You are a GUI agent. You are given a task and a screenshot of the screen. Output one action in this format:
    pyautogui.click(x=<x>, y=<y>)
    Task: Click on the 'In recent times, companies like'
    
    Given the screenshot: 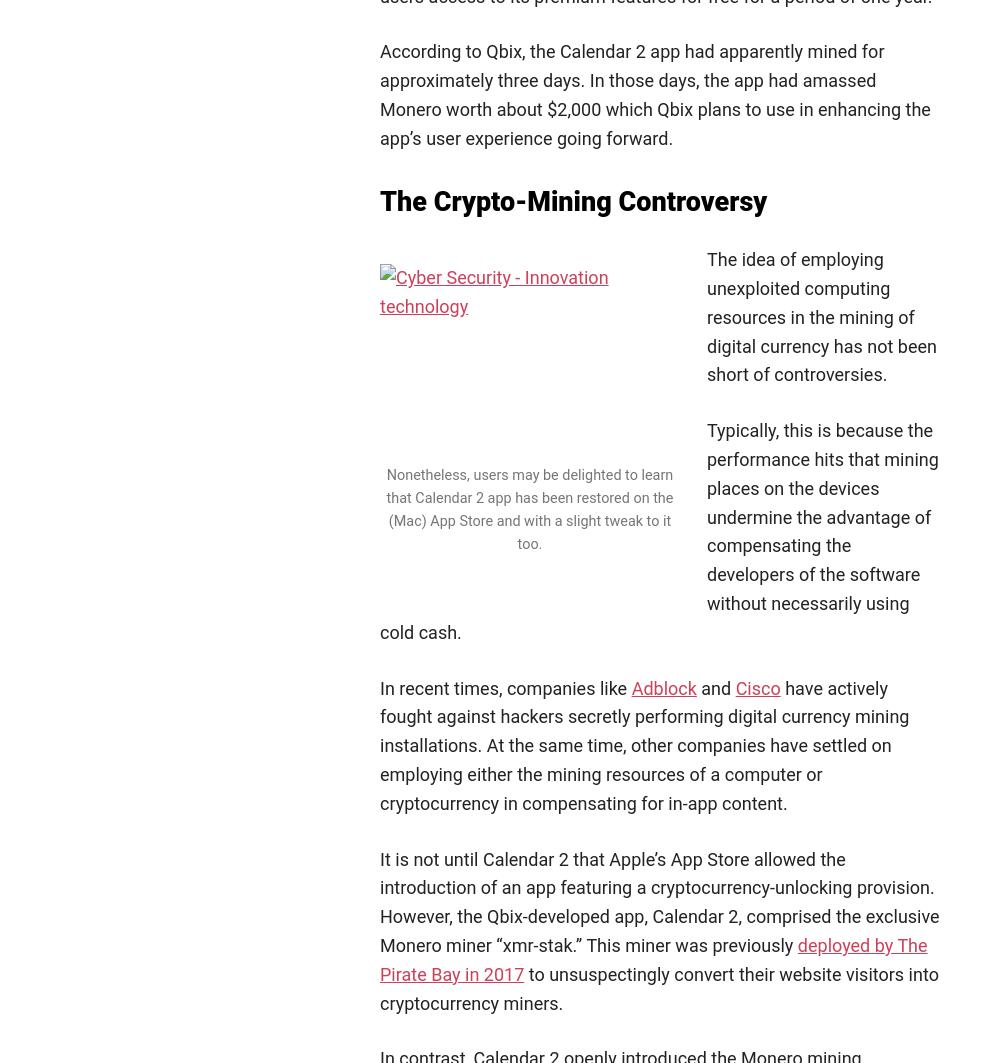 What is the action you would take?
    pyautogui.click(x=505, y=686)
    